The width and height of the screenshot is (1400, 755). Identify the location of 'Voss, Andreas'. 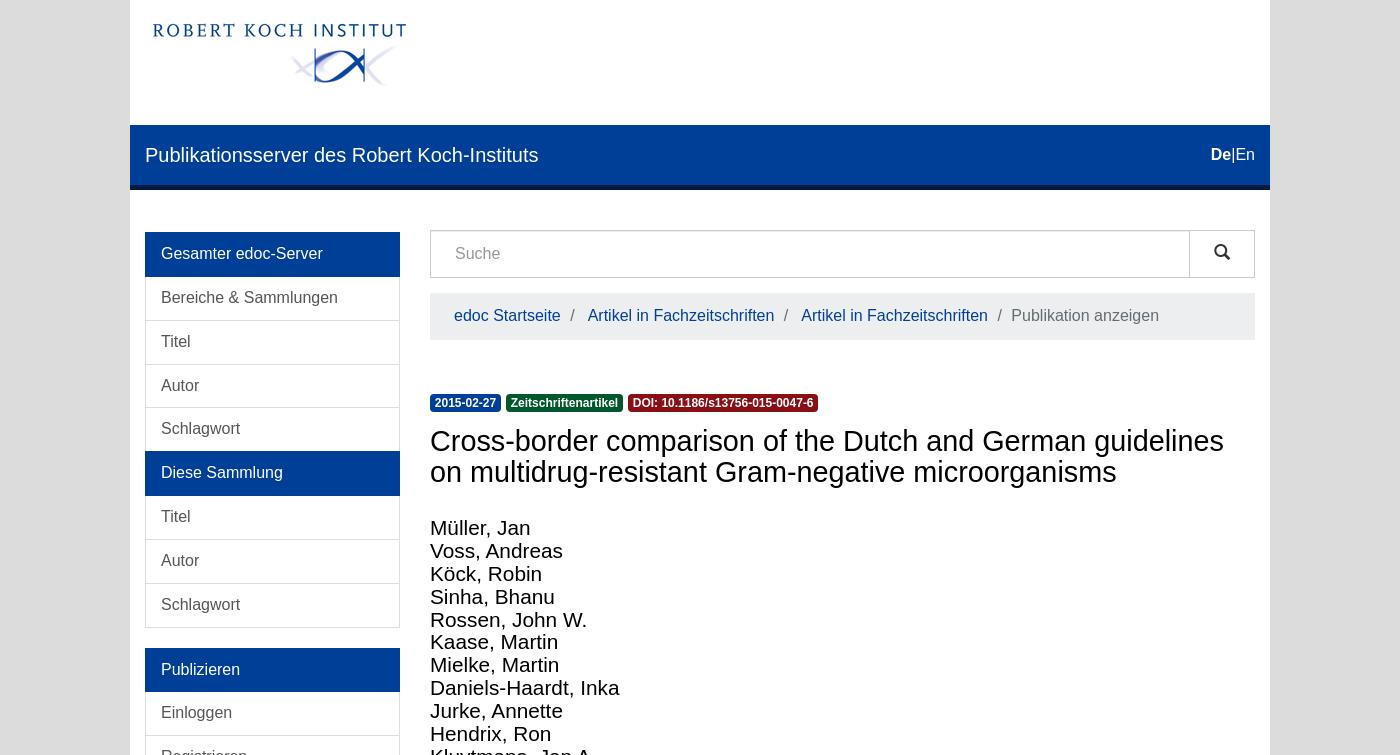
(495, 548).